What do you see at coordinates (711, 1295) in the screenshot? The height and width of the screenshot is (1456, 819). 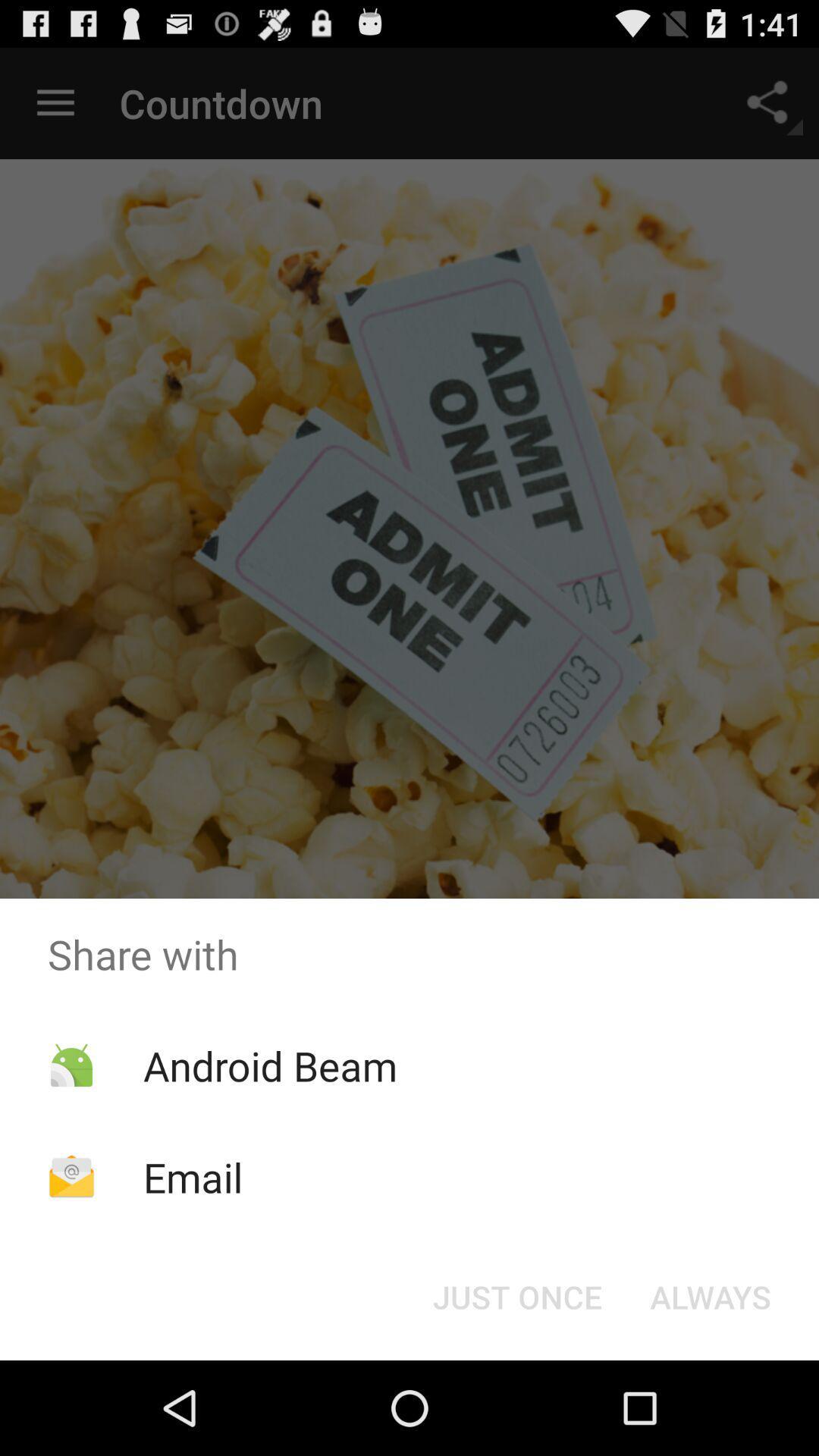 I see `item below the share with icon` at bounding box center [711, 1295].